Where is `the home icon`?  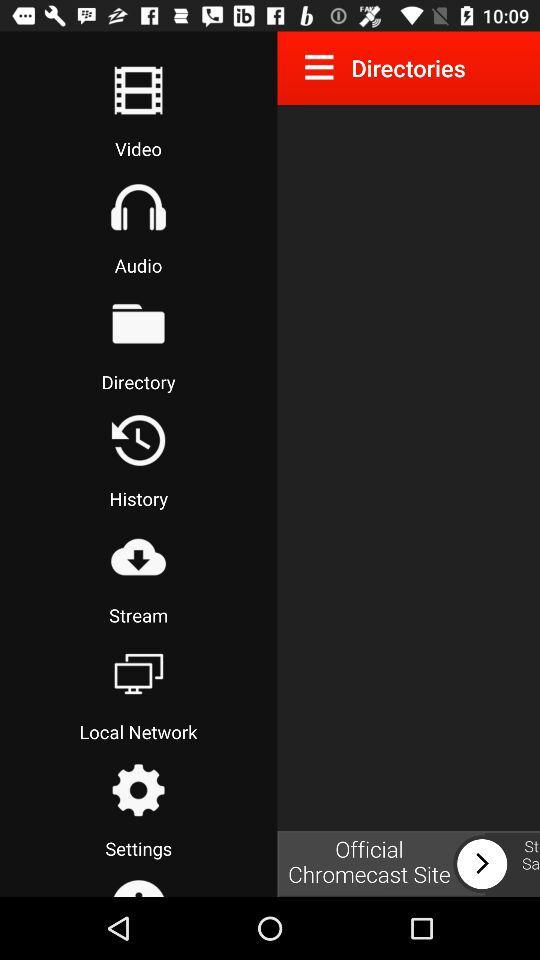 the home icon is located at coordinates (137, 207).